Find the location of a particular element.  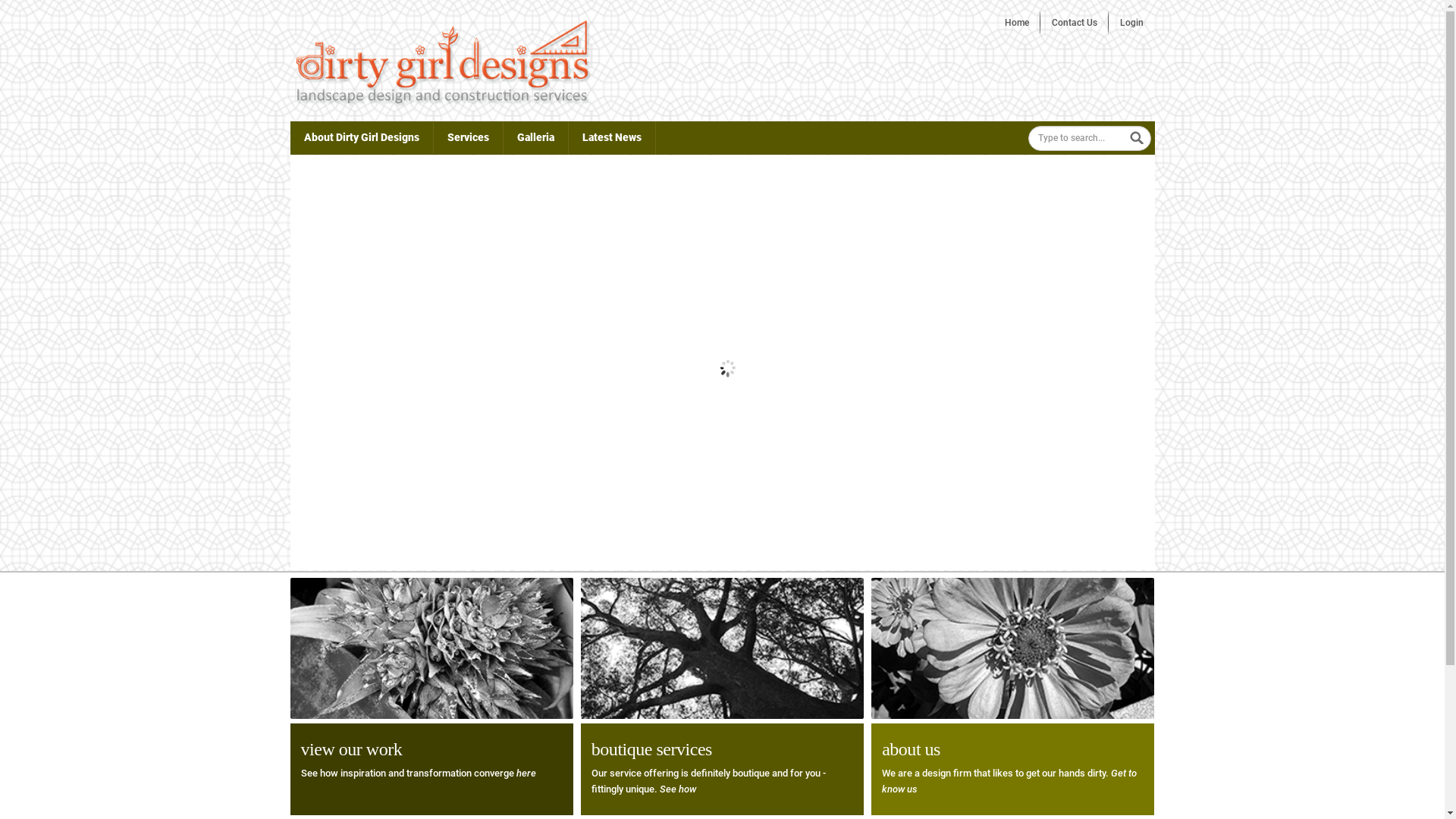

'See how inspiration and transformation converge here' is located at coordinates (418, 773).